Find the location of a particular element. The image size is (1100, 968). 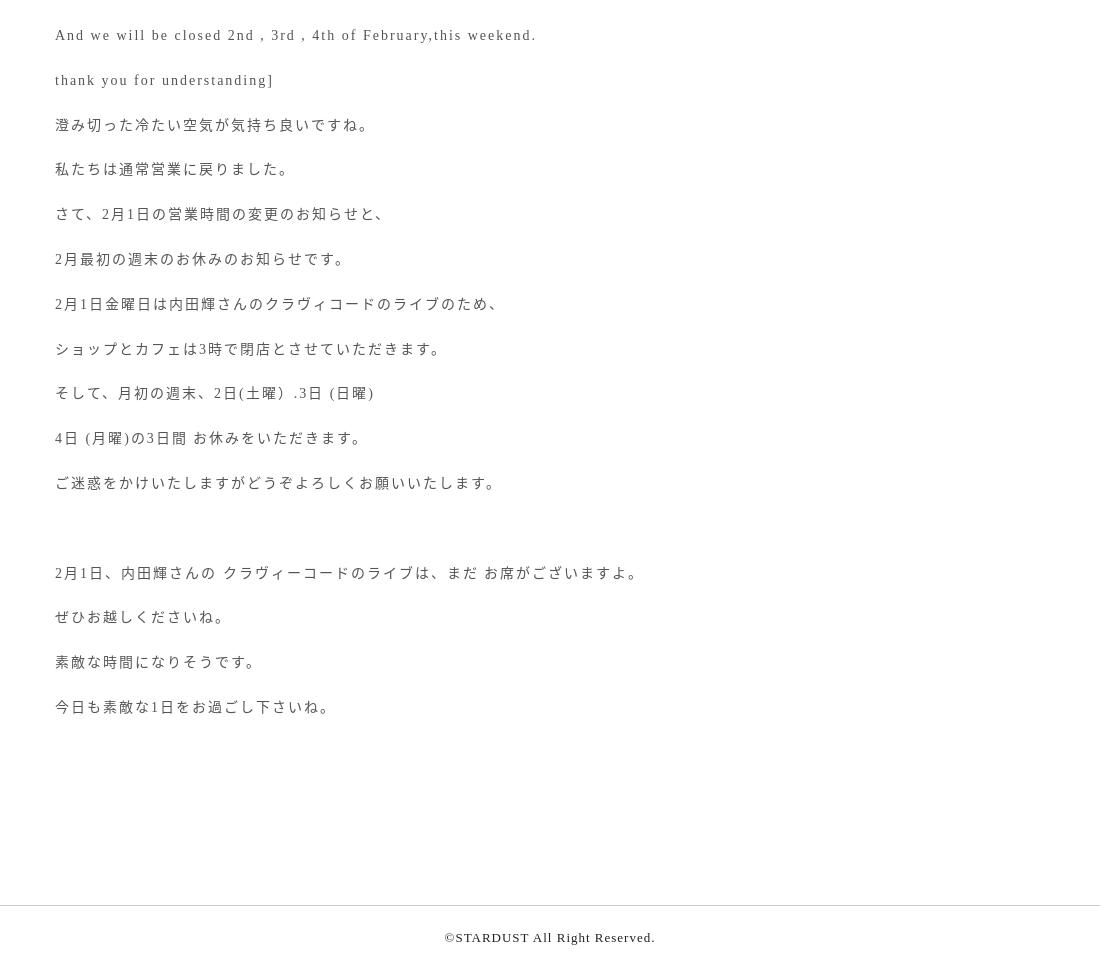

'4日 (月曜)の3日間 お休みをいただきます。' is located at coordinates (211, 438).